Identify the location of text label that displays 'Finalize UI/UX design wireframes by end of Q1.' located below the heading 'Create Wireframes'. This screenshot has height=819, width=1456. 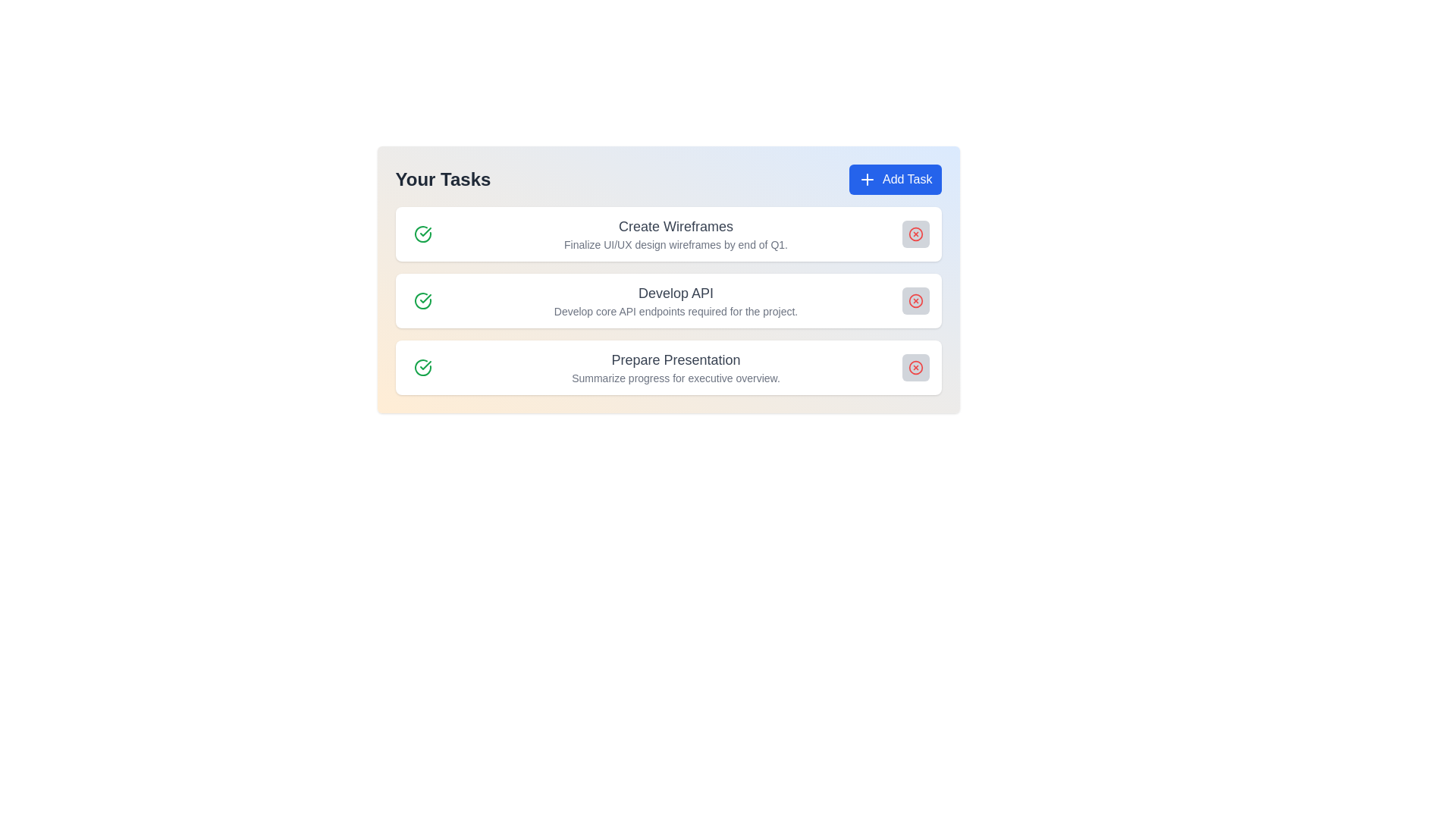
(675, 244).